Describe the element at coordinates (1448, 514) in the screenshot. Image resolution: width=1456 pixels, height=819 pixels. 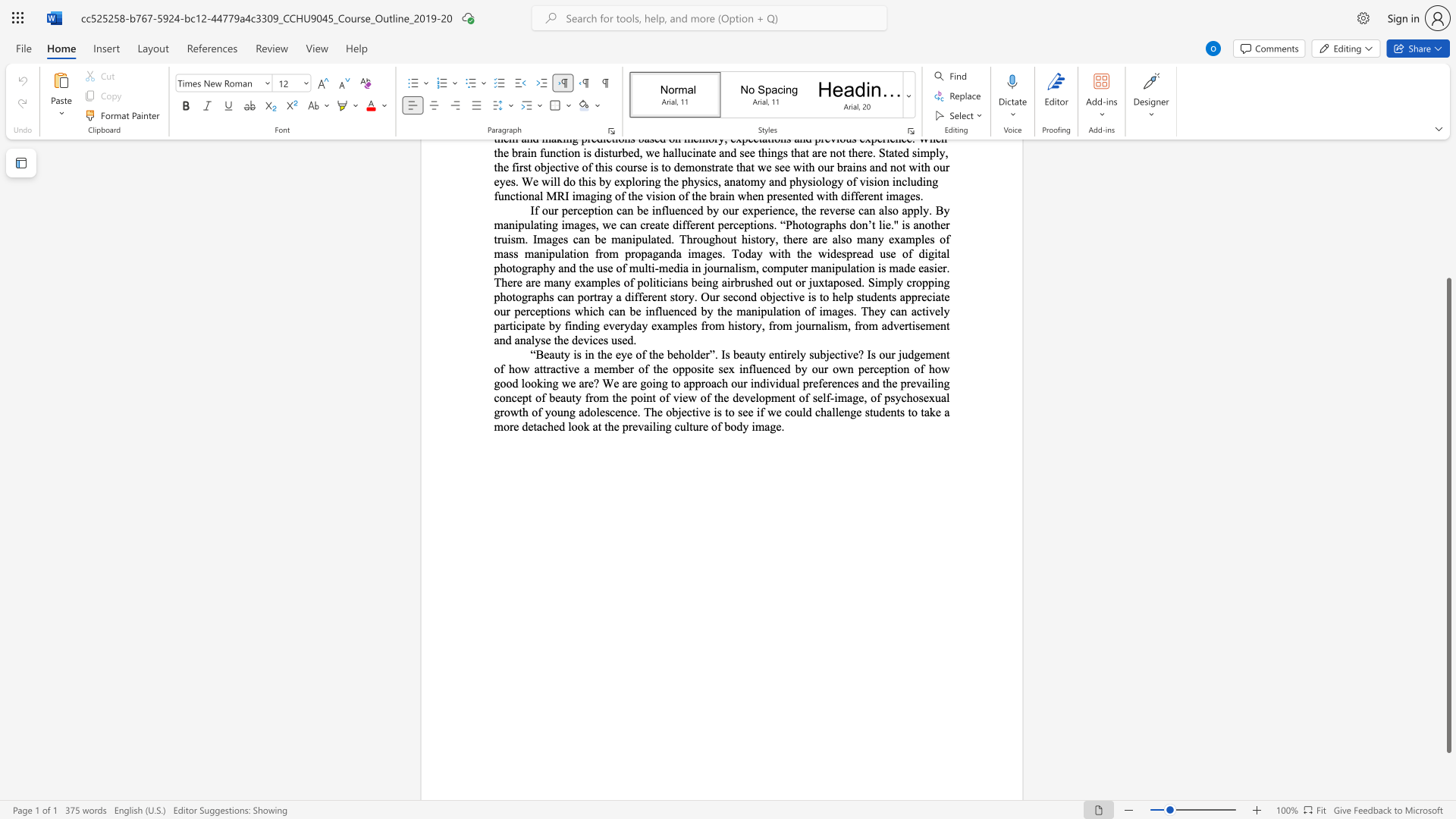
I see `the scrollbar and move up 200 pixels` at that location.